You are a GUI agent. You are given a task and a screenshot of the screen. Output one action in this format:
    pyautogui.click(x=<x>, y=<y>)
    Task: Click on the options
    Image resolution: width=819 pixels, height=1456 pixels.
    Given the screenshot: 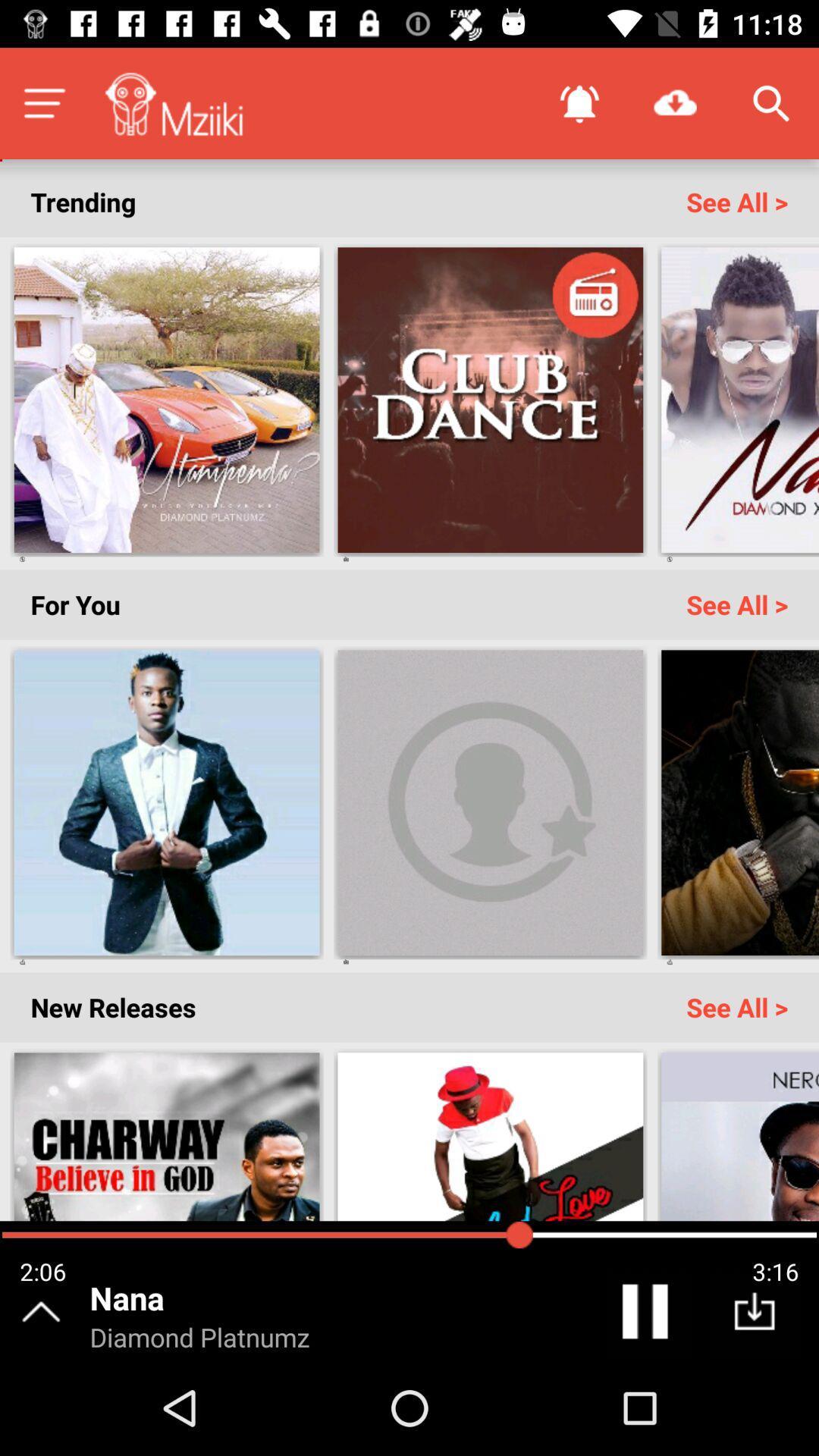 What is the action you would take?
    pyautogui.click(x=43, y=102)
    